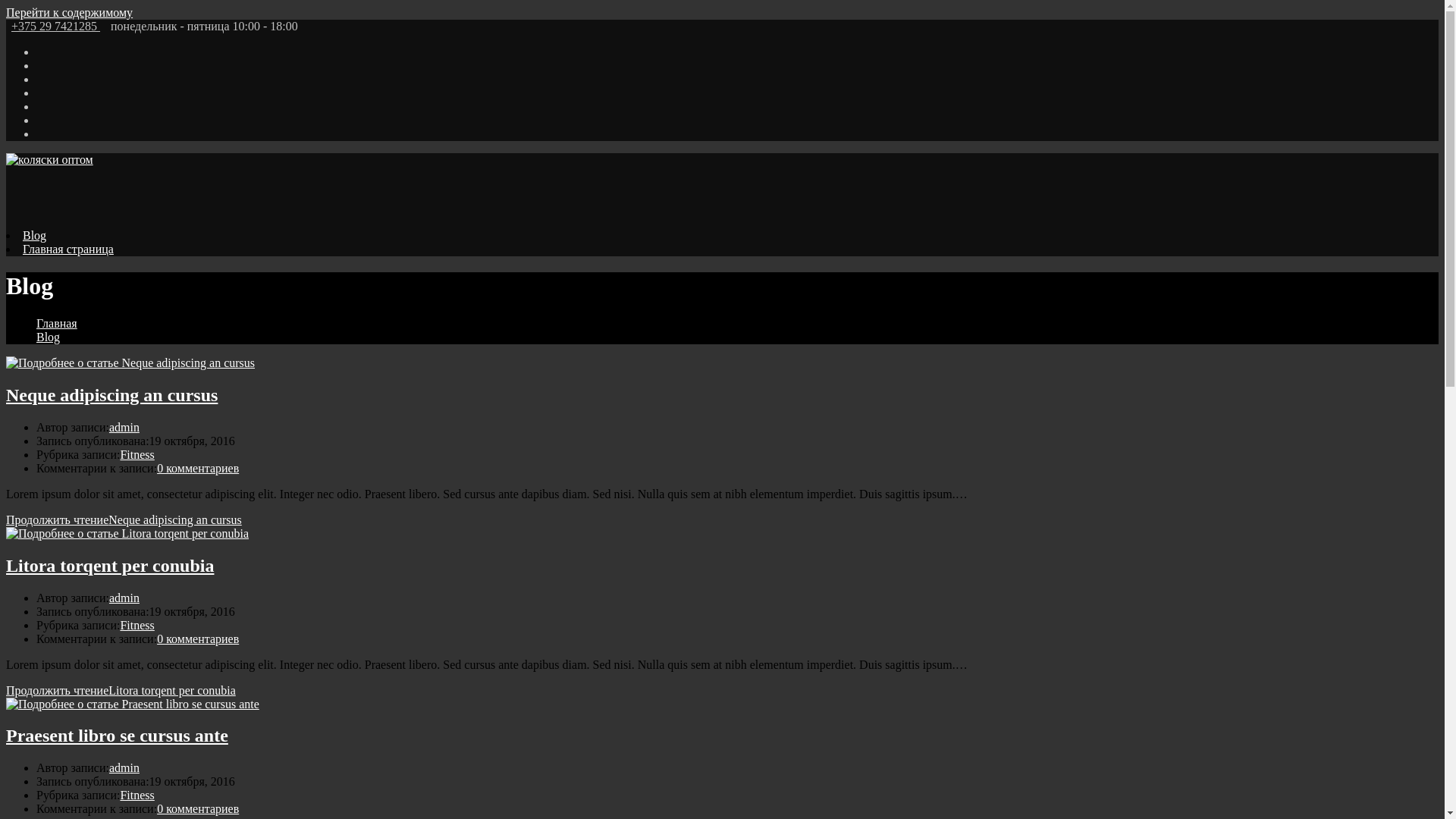 The image size is (1456, 819). What do you see at coordinates (36, 336) in the screenshot?
I see `'Blog'` at bounding box center [36, 336].